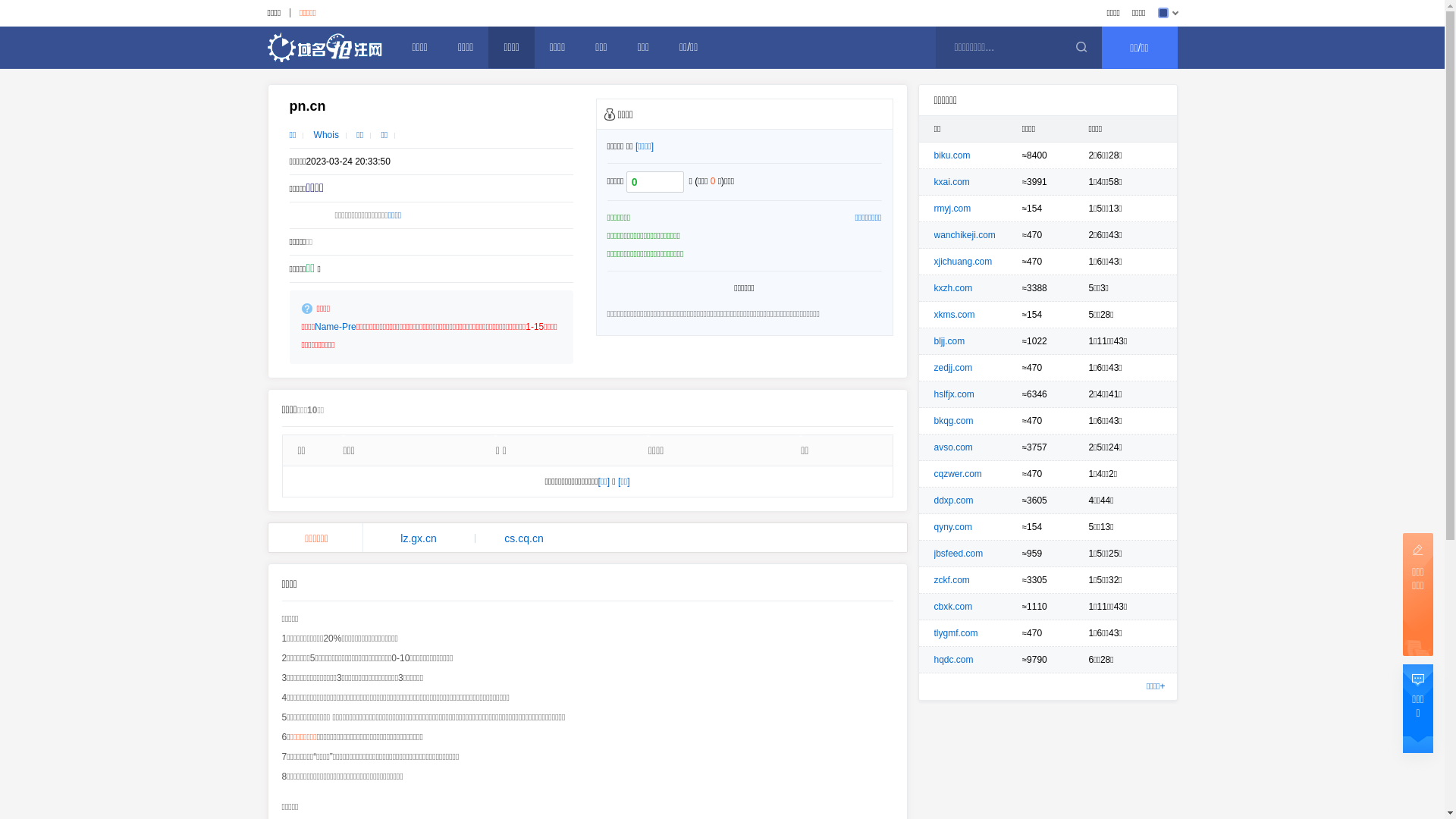 The height and width of the screenshot is (819, 1456). What do you see at coordinates (952, 368) in the screenshot?
I see `'zedjj.com'` at bounding box center [952, 368].